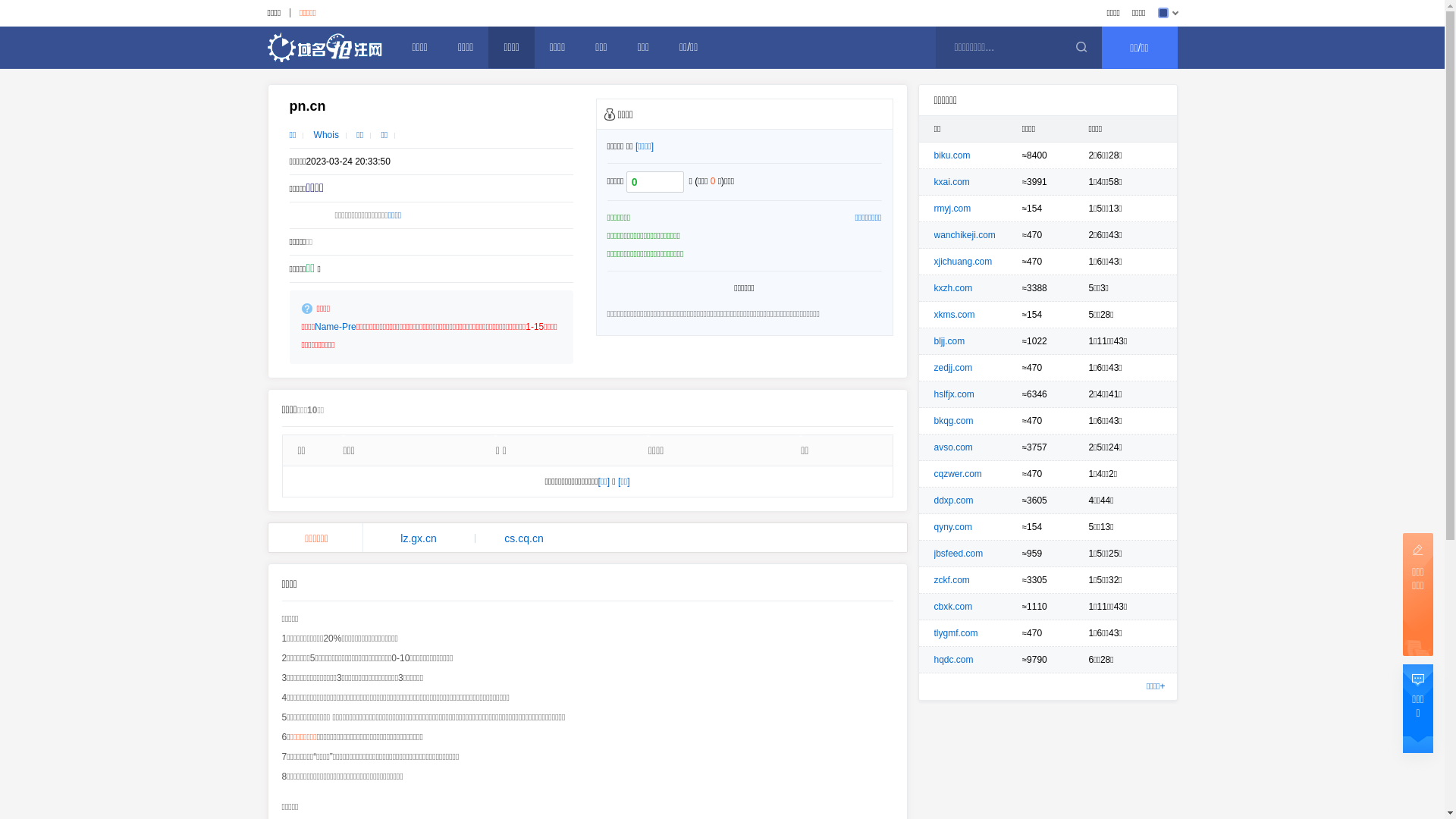 The height and width of the screenshot is (819, 1456). What do you see at coordinates (952, 368) in the screenshot?
I see `'zedjj.com'` at bounding box center [952, 368].